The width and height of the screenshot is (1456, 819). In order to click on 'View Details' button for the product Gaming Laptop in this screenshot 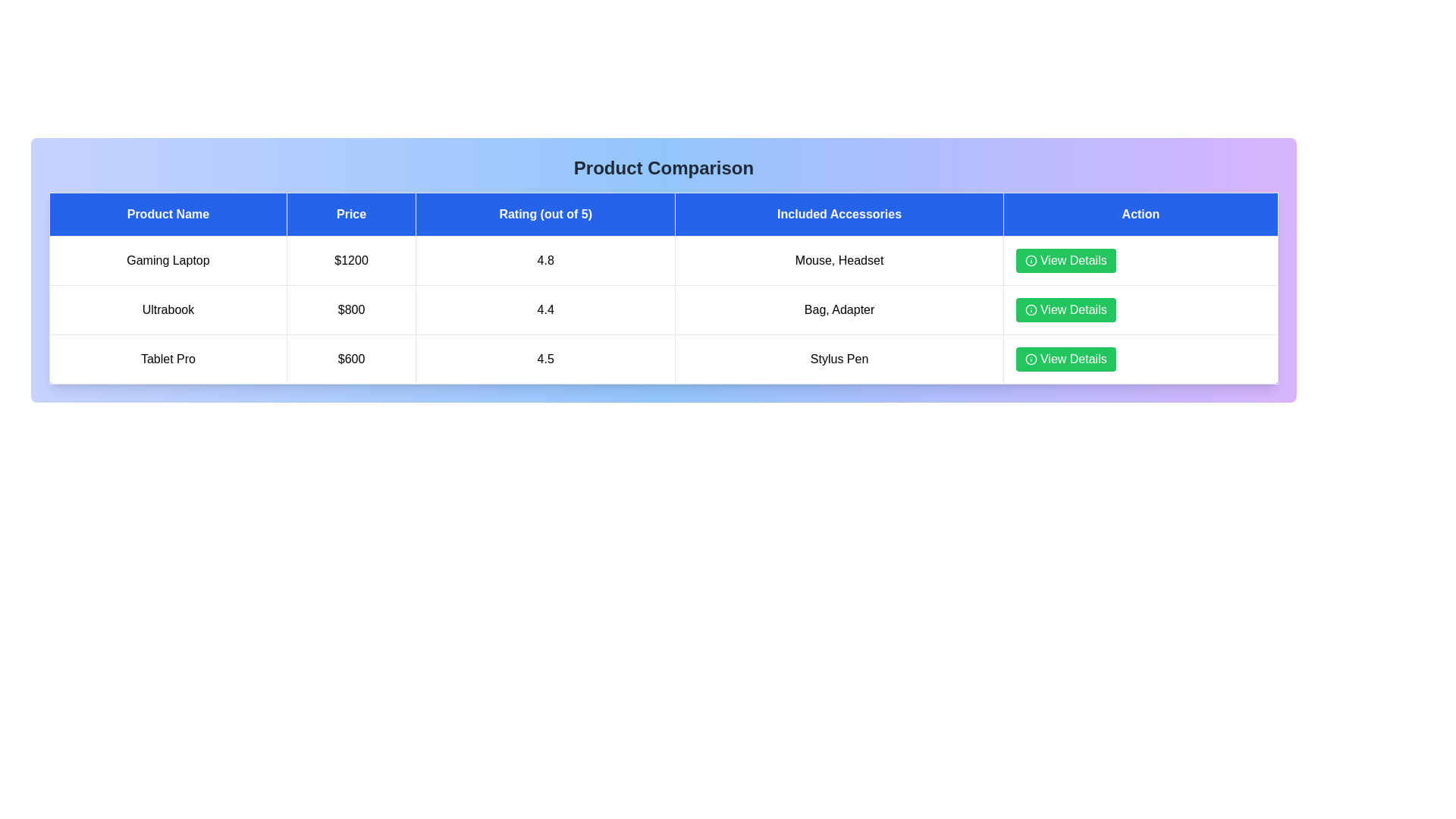, I will do `click(1065, 259)`.